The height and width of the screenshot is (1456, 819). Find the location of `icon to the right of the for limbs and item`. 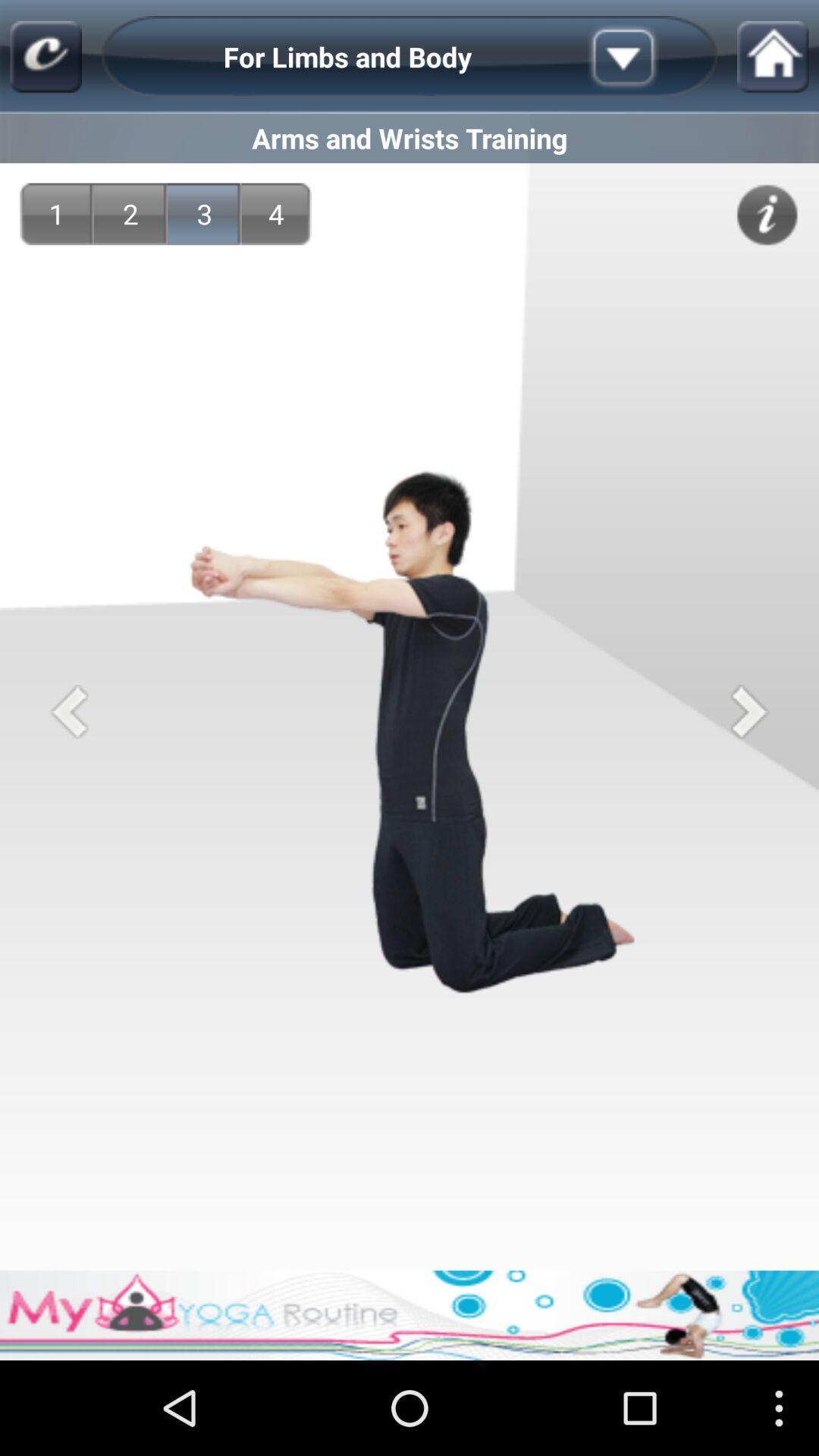

icon to the right of the for limbs and item is located at coordinates (647, 57).